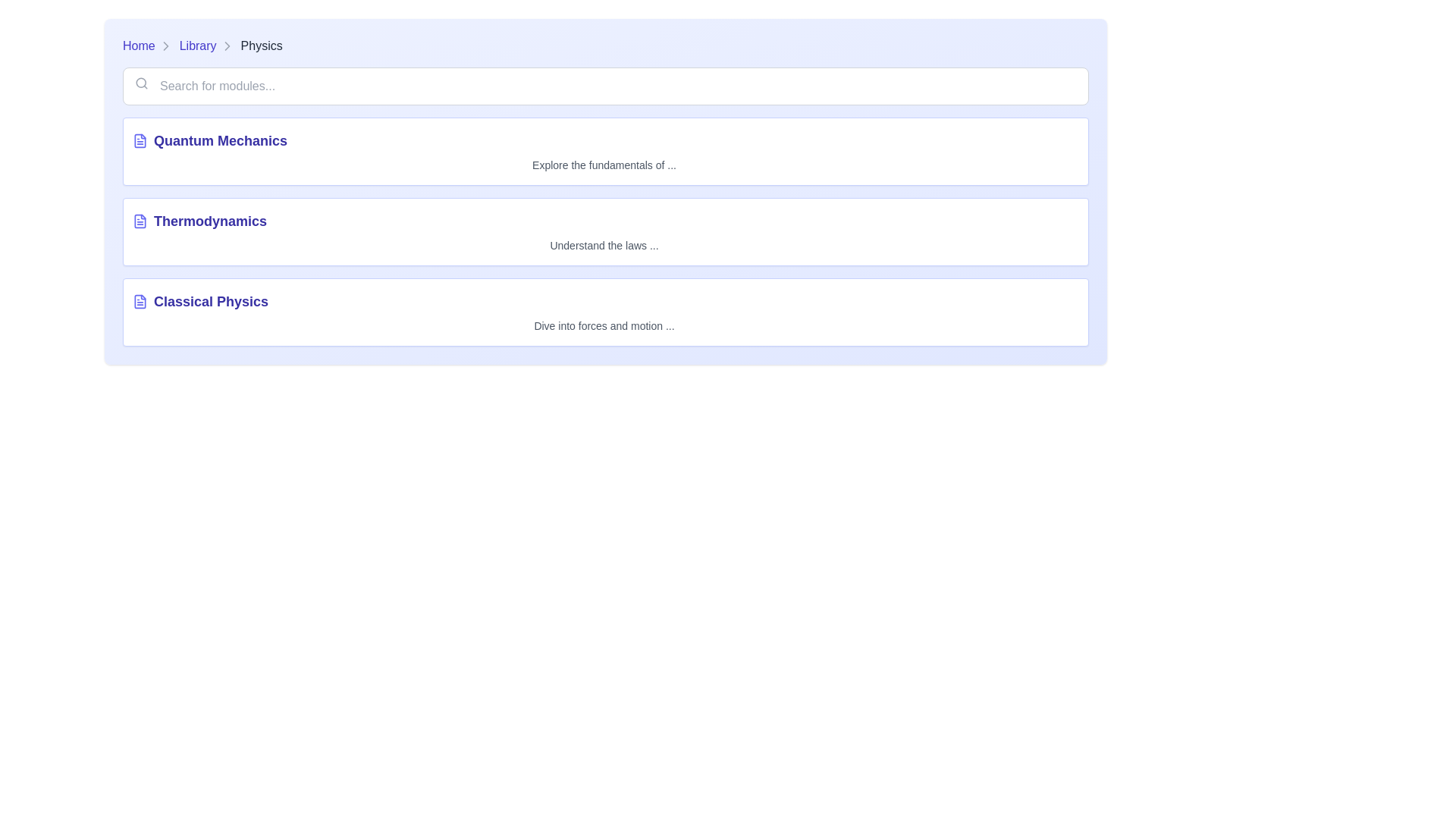 Image resolution: width=1456 pixels, height=819 pixels. Describe the element at coordinates (165, 45) in the screenshot. I see `the right-facing chevron-shaped icon that visually separates the breadcrumb navigation from the 'Home' link text` at that location.